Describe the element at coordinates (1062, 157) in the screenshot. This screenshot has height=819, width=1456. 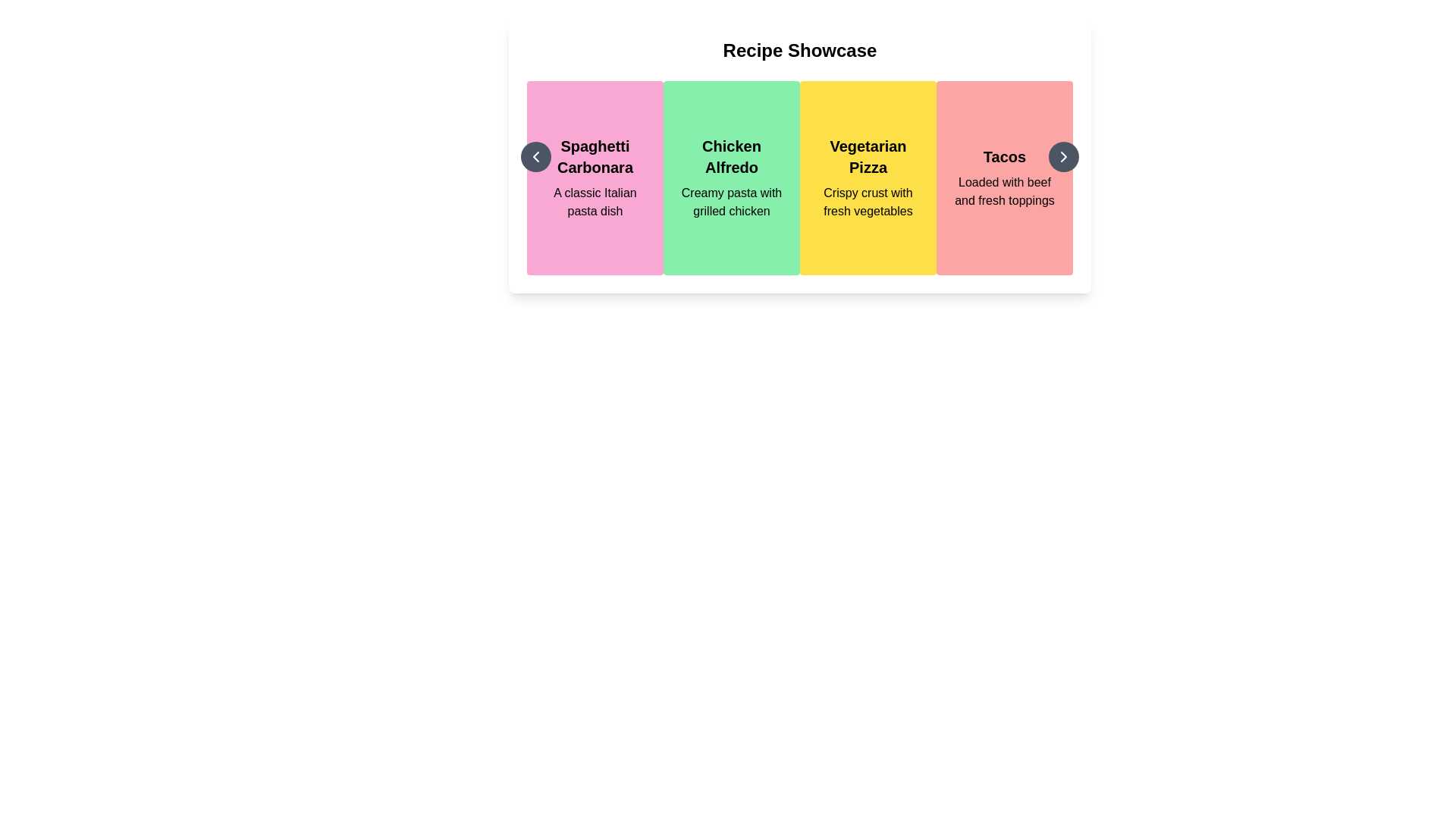
I see `the circular button with a dark gray background and a white rightward arrow icon at its center` at that location.